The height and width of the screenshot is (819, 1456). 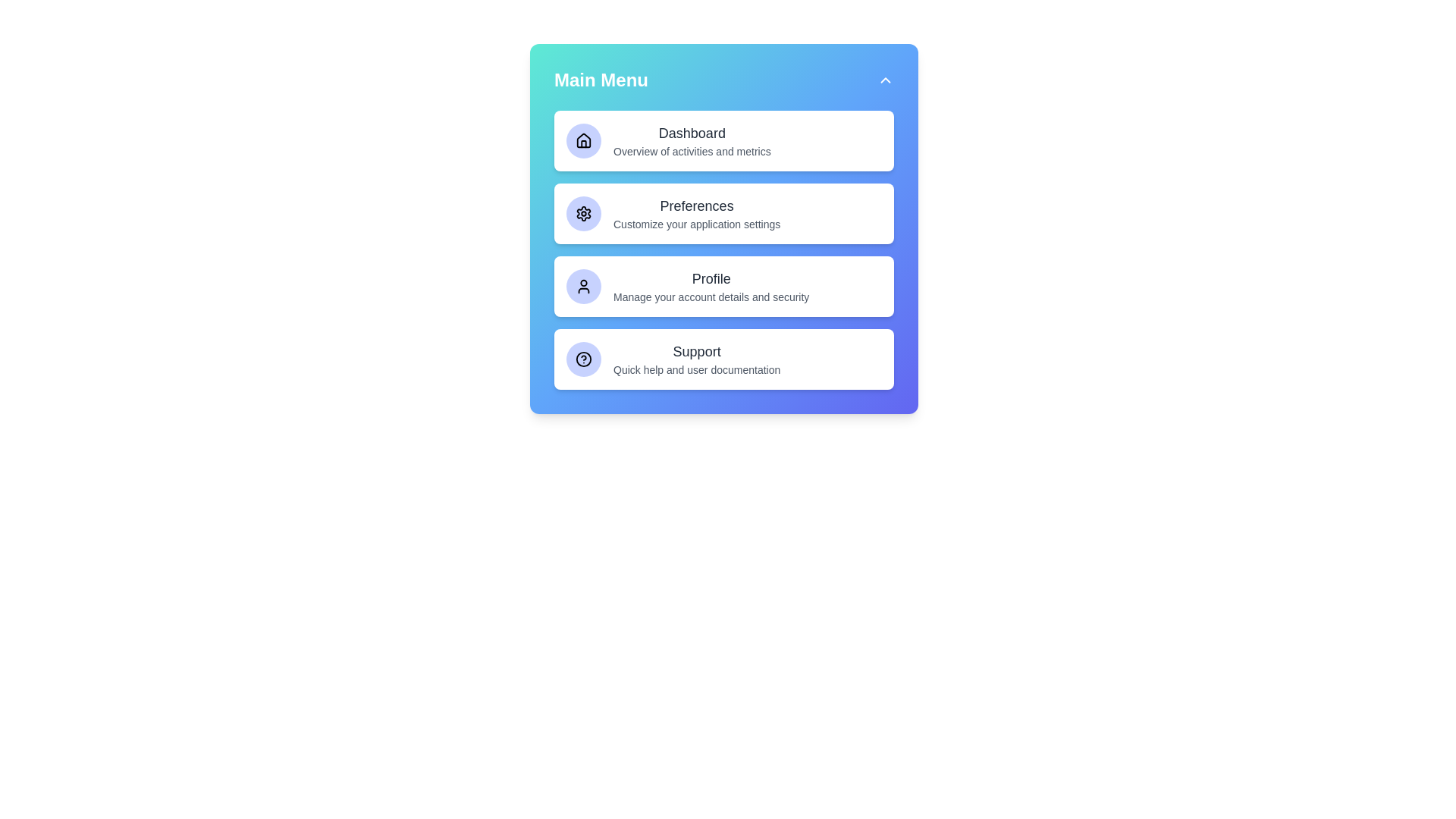 What do you see at coordinates (582, 359) in the screenshot?
I see `the icon corresponding to the menu option Support` at bounding box center [582, 359].